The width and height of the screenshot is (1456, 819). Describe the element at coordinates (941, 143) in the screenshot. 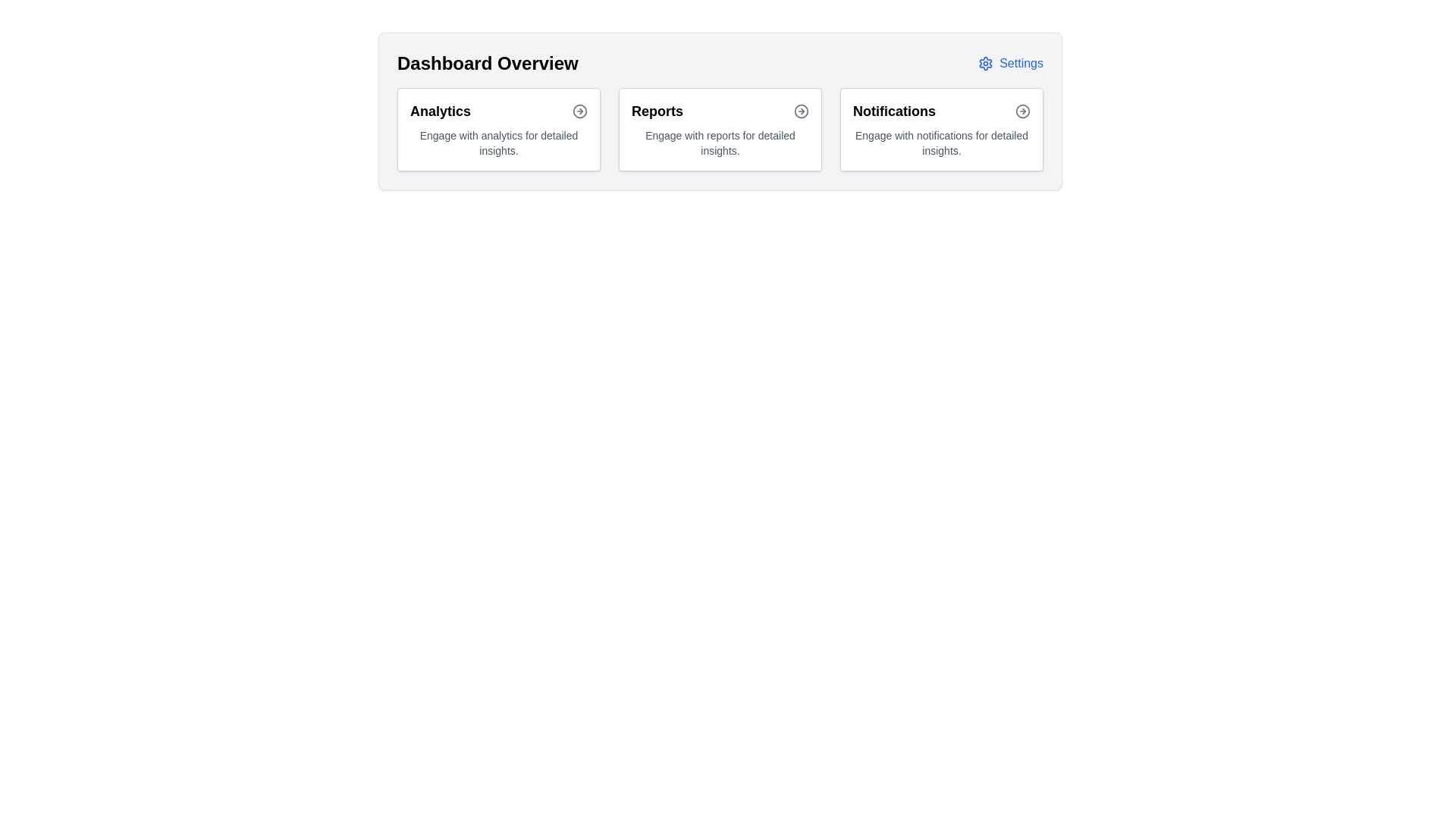

I see `informational text content located in the 'Notifications' section, which is positioned directly beneath the 'Notifications' heading` at that location.